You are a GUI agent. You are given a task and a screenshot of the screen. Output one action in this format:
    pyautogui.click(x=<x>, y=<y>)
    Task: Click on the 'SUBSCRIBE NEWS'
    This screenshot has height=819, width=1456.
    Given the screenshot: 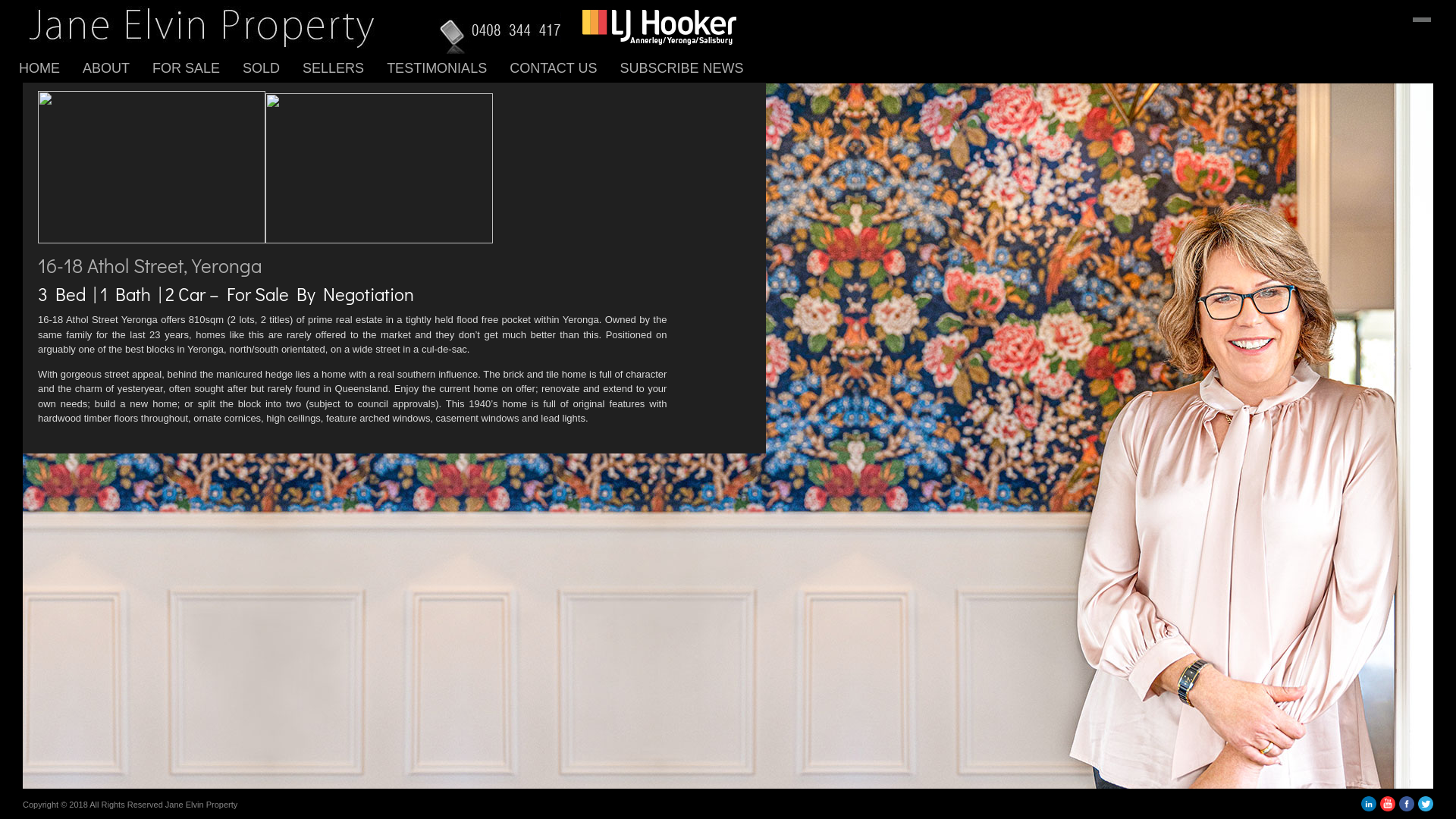 What is the action you would take?
    pyautogui.click(x=620, y=67)
    